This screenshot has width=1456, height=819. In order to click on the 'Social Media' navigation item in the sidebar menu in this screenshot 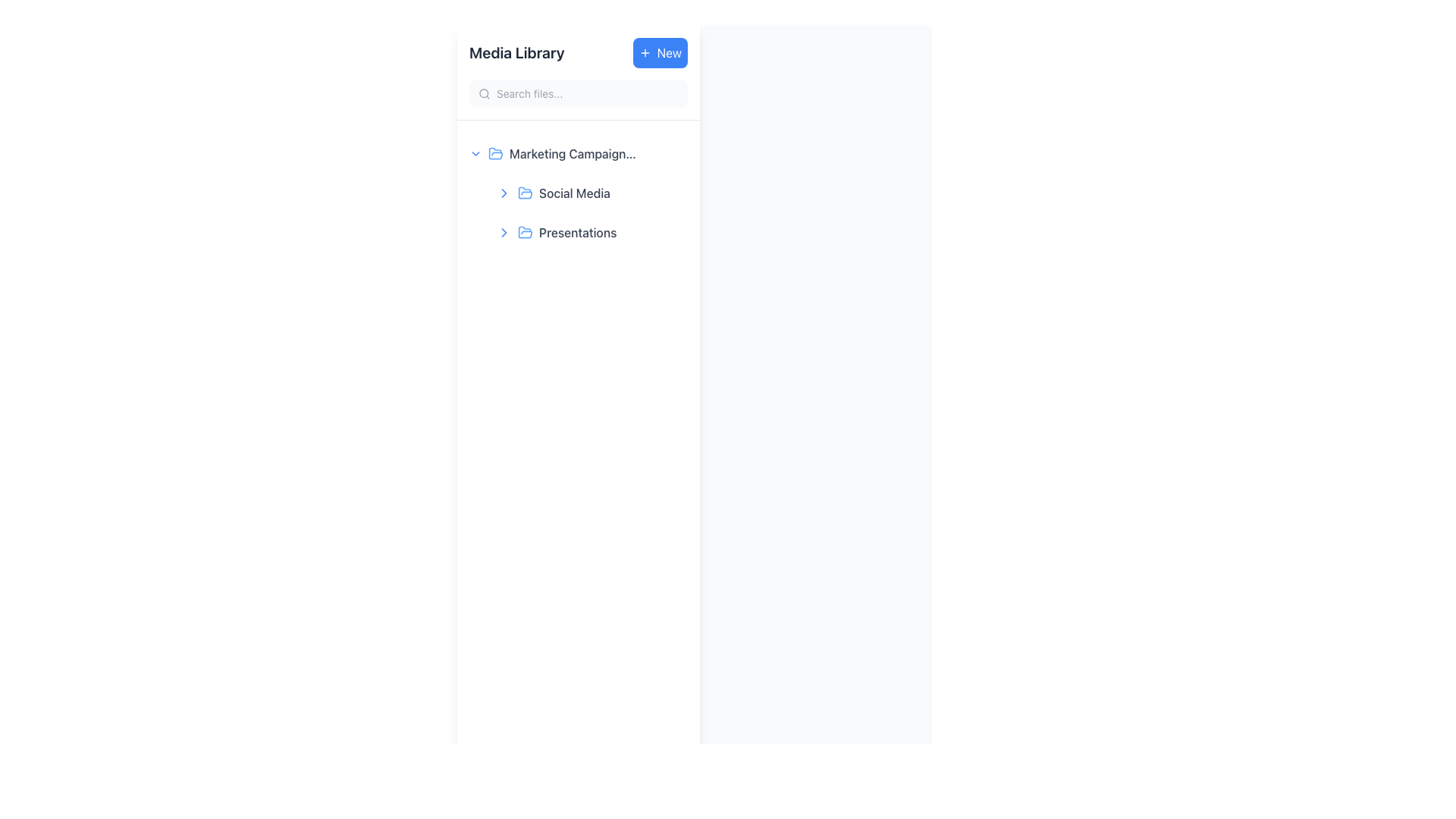, I will do `click(584, 192)`.